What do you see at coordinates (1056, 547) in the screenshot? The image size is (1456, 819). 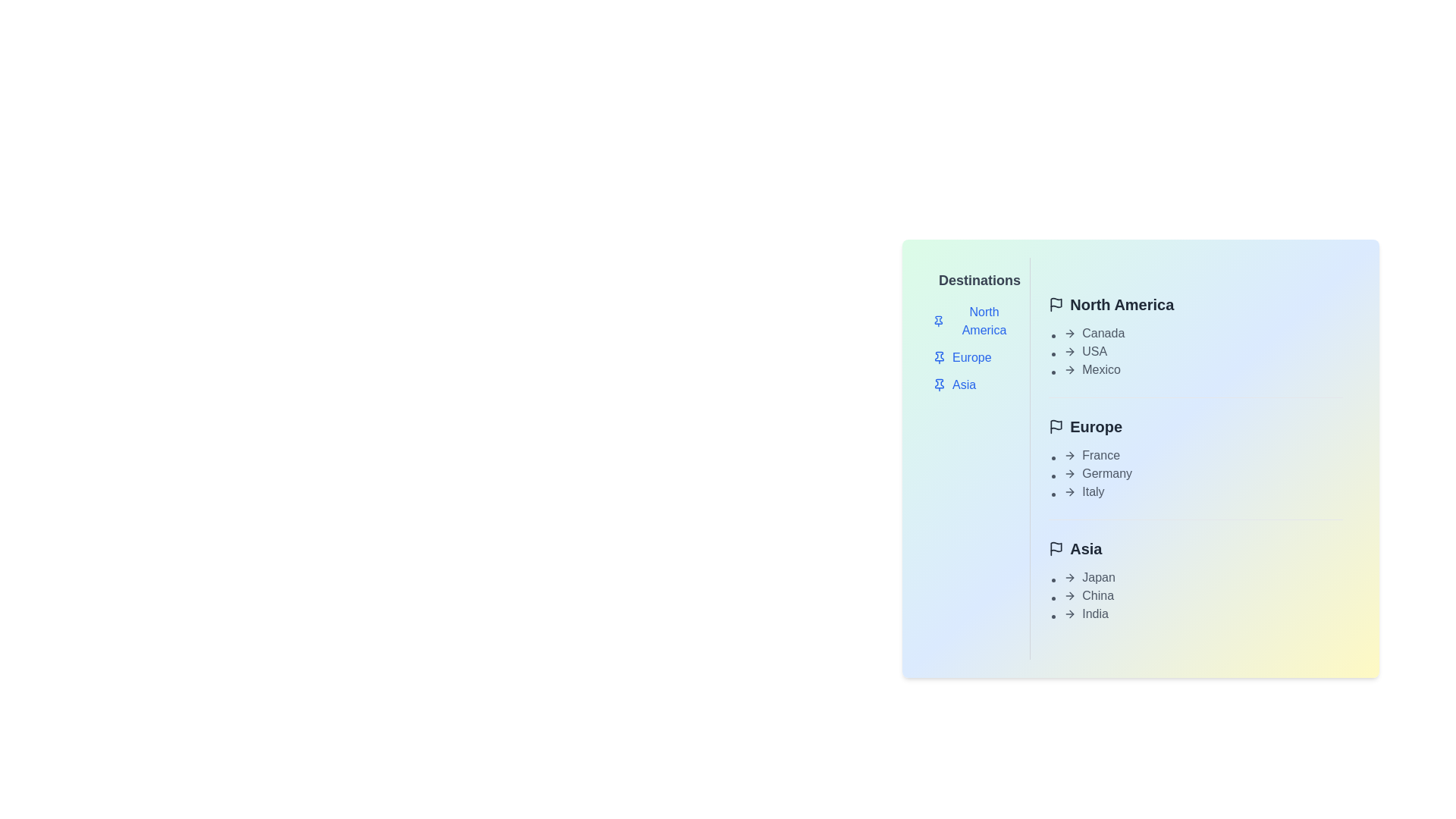 I see `the icon representing the region 'Asia' located to the left of the textual label 'Asia' for interaction` at bounding box center [1056, 547].